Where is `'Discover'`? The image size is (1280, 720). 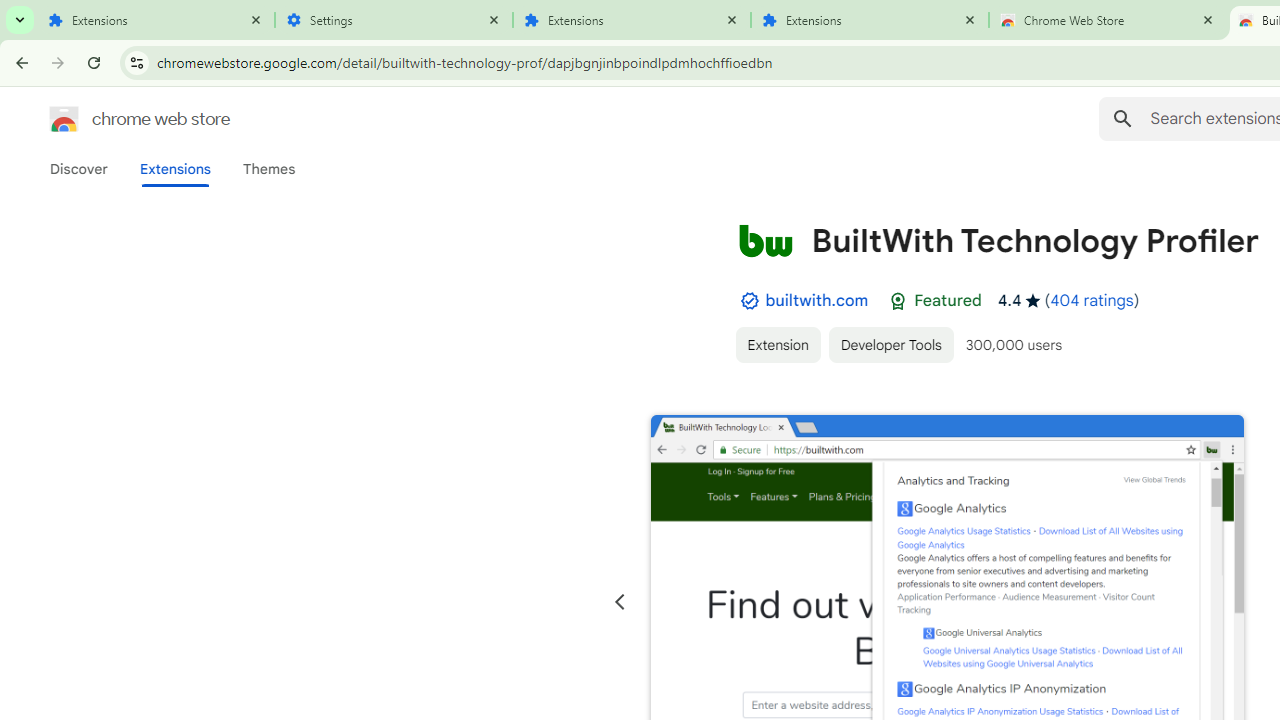 'Discover' is located at coordinates (79, 168).